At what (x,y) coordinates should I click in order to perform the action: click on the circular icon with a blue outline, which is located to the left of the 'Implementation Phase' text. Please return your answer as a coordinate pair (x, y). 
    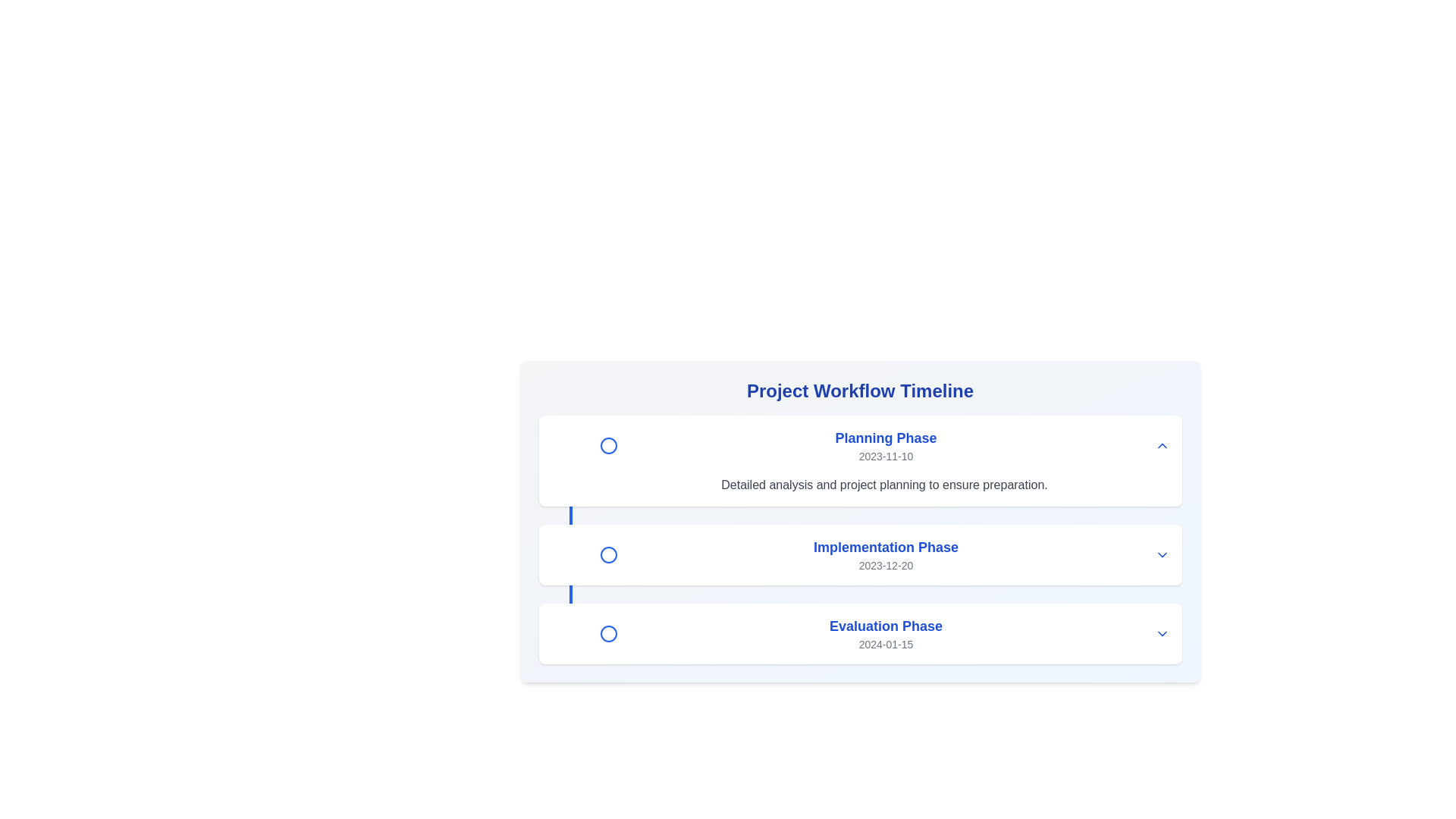
    Looking at the image, I should click on (608, 555).